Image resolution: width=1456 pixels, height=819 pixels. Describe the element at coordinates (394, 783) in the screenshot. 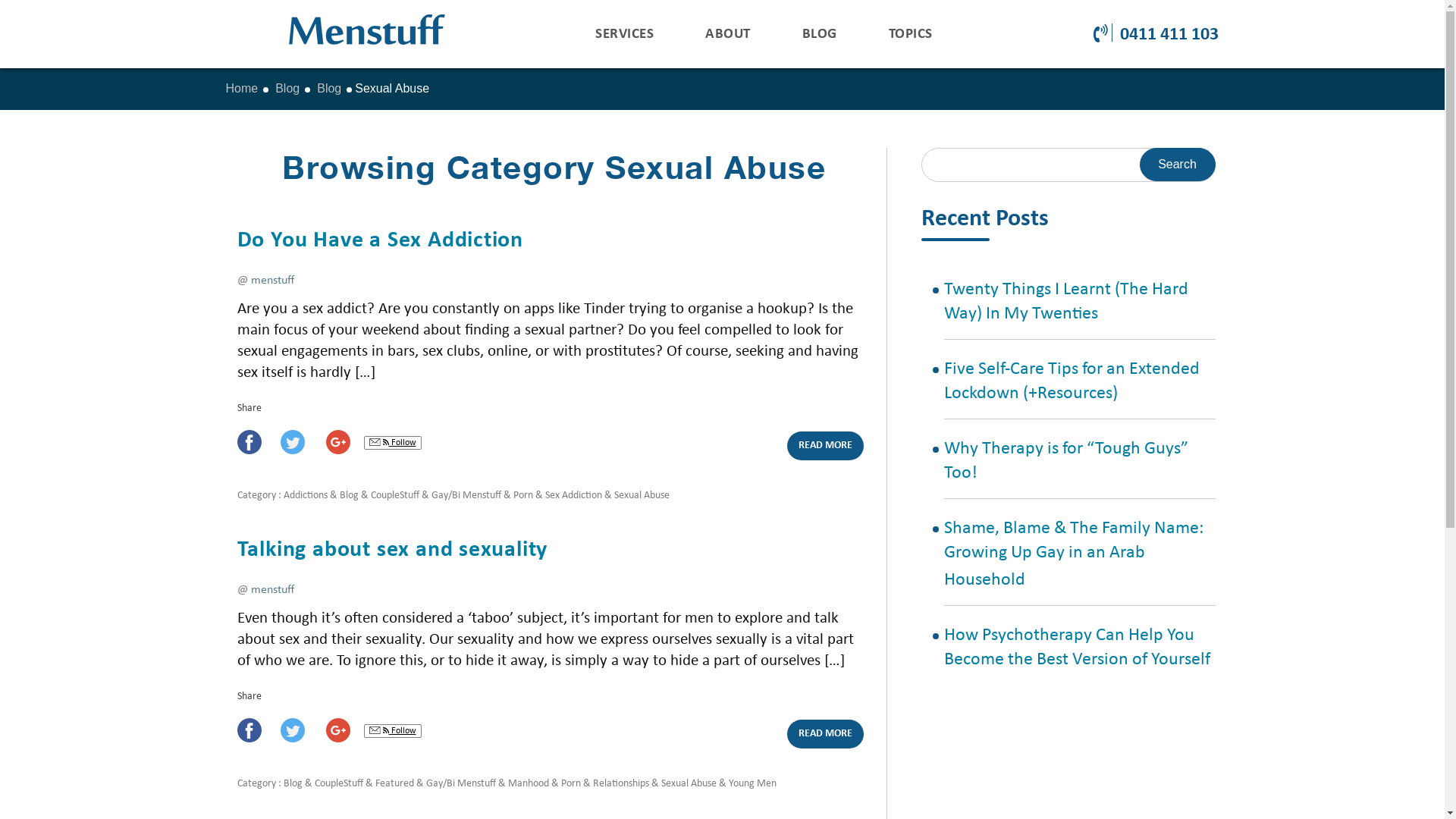

I see `'Featured'` at that location.